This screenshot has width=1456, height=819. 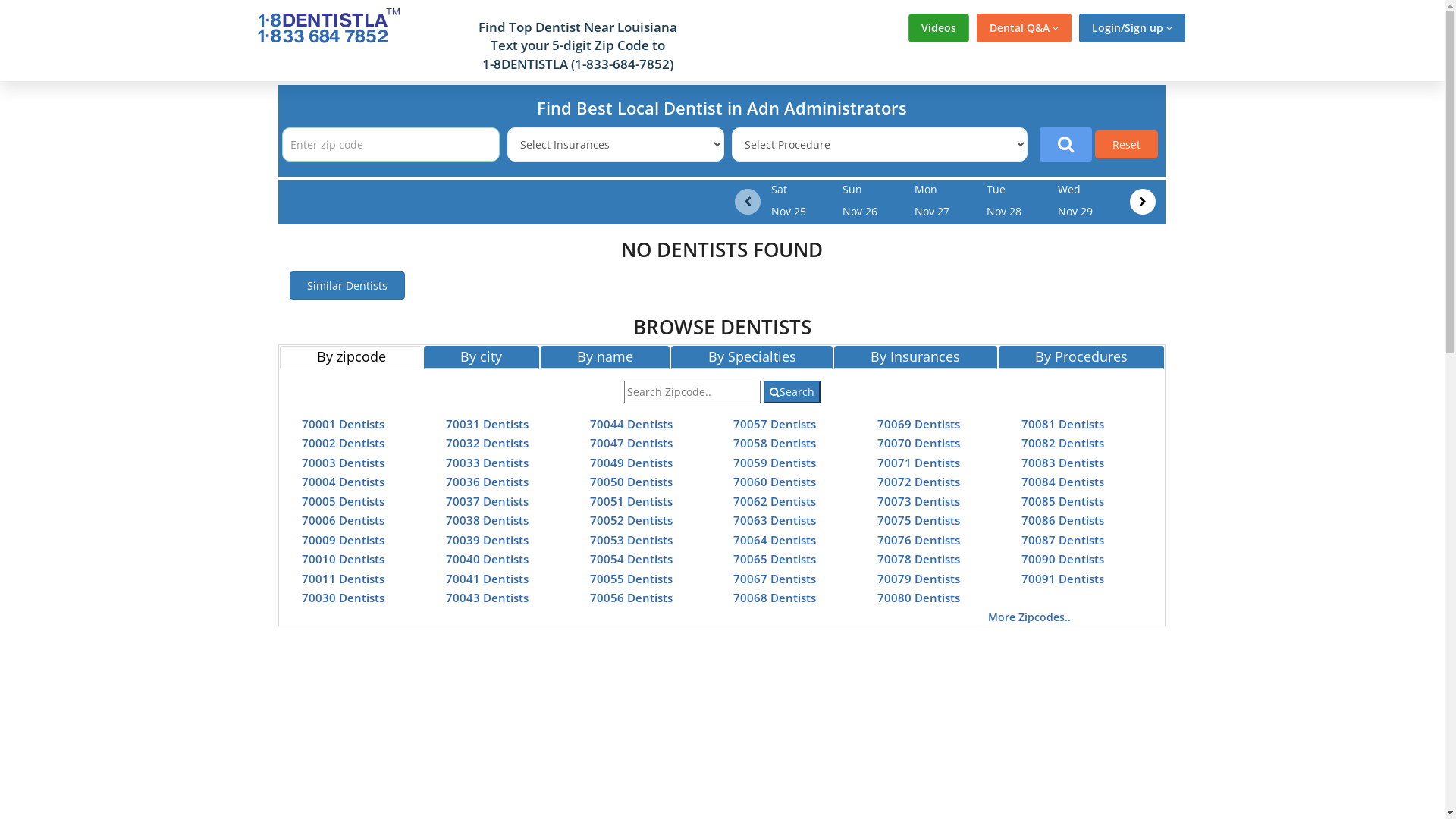 What do you see at coordinates (1062, 461) in the screenshot?
I see `'70083 Dentists'` at bounding box center [1062, 461].